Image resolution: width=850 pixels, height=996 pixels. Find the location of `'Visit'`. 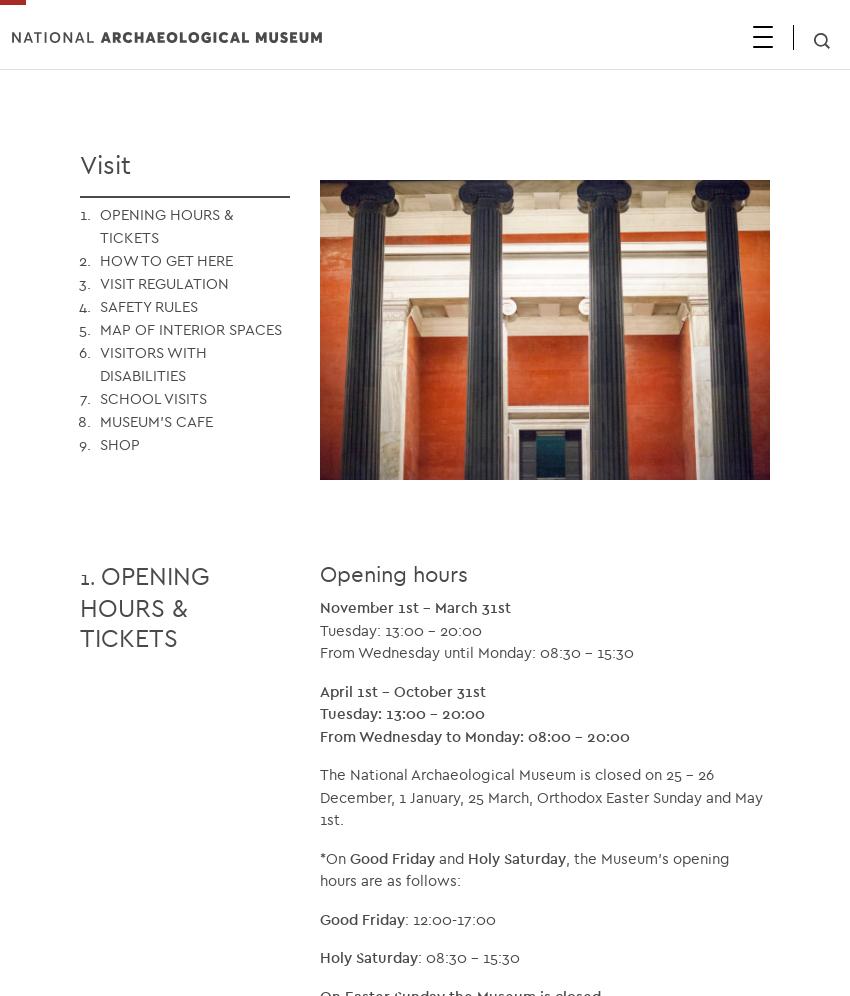

'Visit' is located at coordinates (104, 163).